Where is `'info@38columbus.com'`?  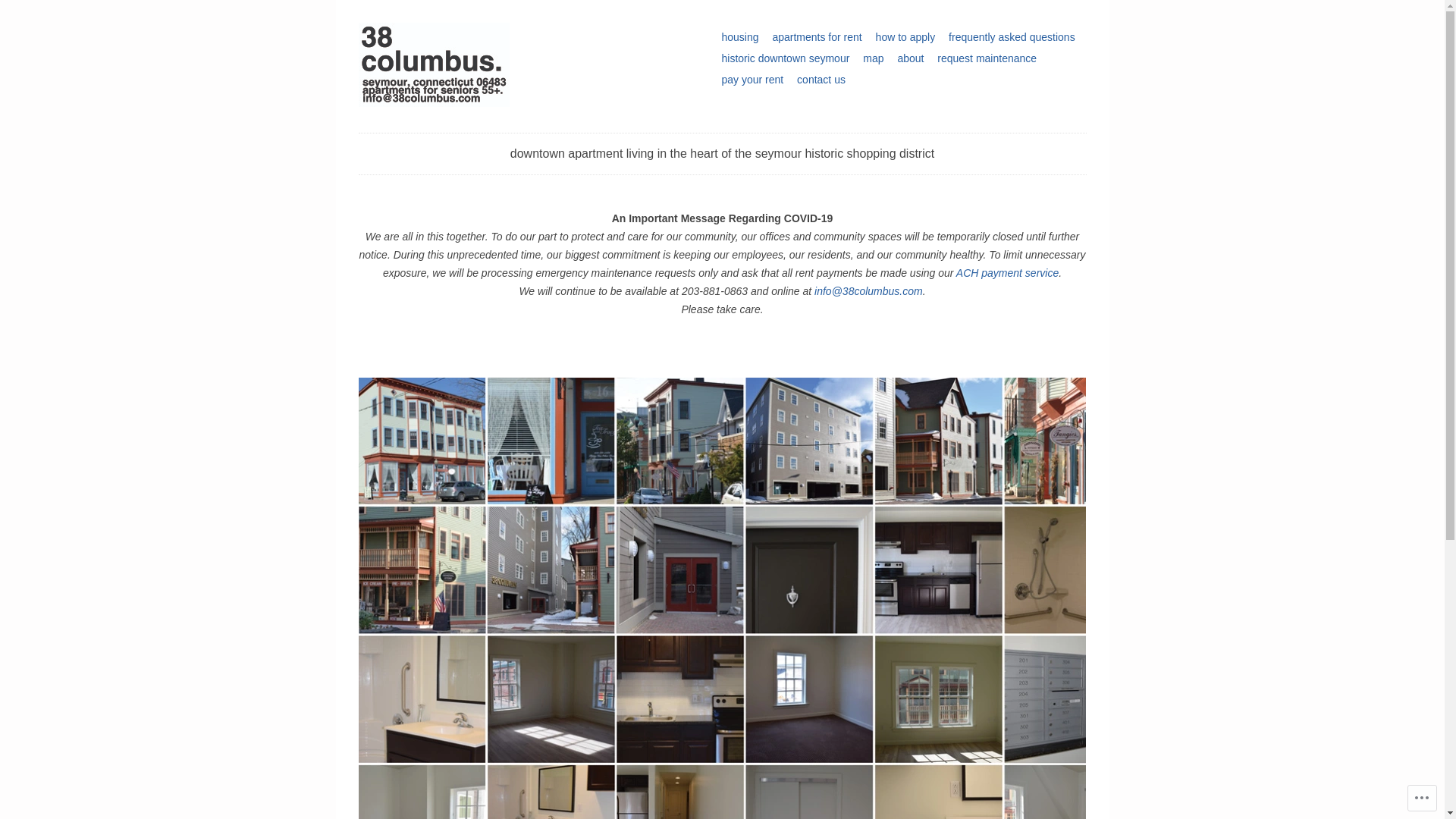
'info@38columbus.com' is located at coordinates (868, 291).